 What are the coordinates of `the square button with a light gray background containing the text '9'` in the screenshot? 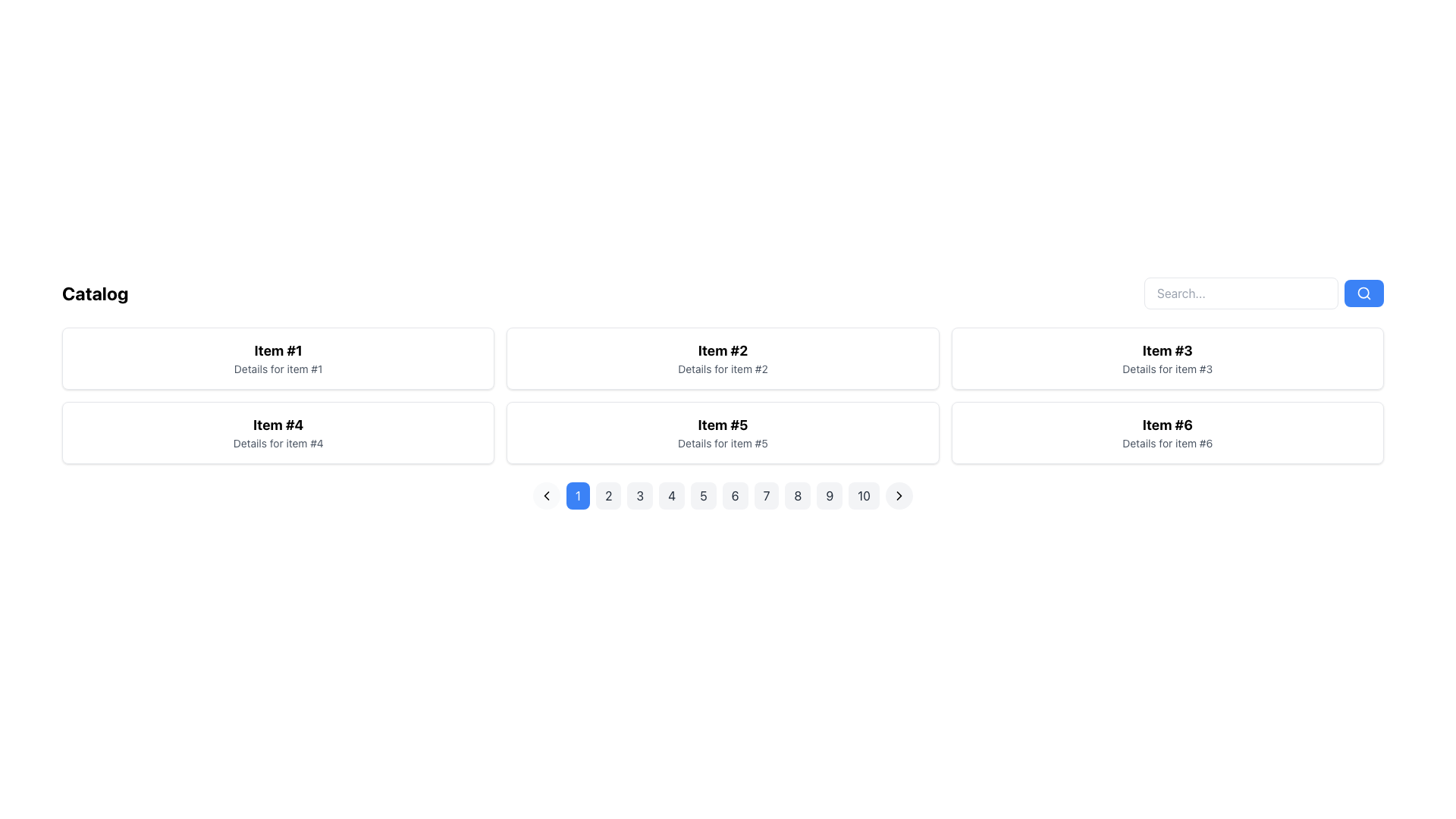 It's located at (829, 496).